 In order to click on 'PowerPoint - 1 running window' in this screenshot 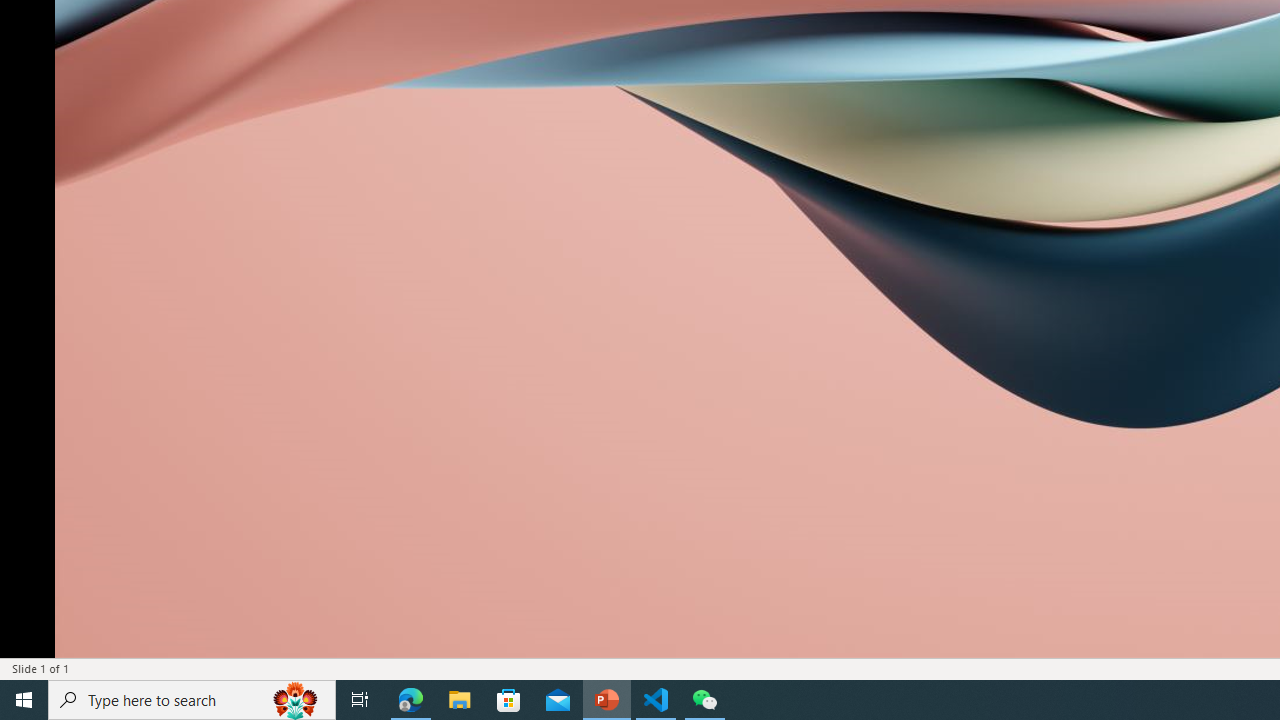, I will do `click(606, 698)`.